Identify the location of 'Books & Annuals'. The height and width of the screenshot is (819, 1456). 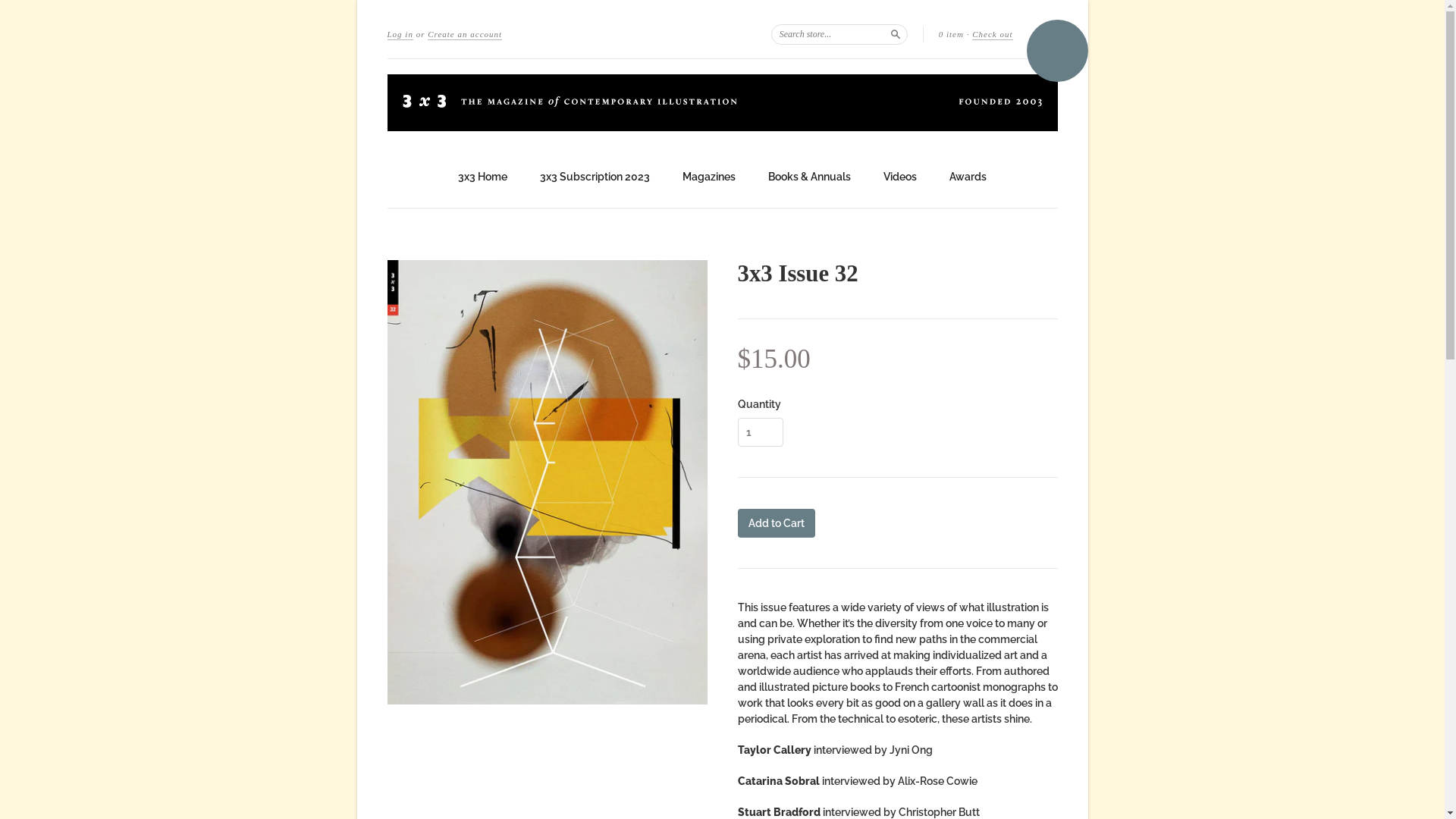
(808, 176).